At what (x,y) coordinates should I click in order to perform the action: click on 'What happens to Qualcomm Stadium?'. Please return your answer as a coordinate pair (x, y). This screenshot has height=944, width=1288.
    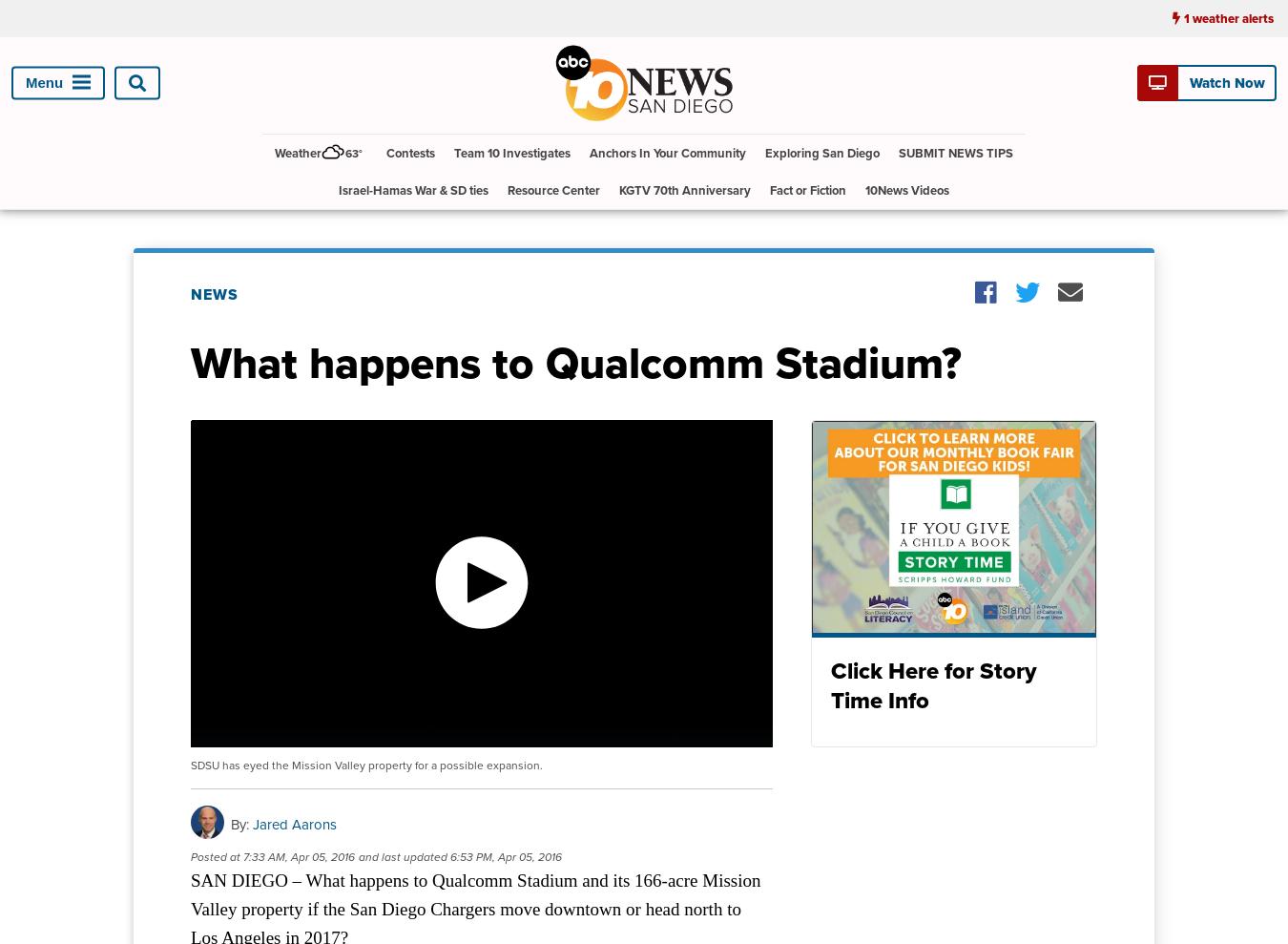
    Looking at the image, I should click on (575, 360).